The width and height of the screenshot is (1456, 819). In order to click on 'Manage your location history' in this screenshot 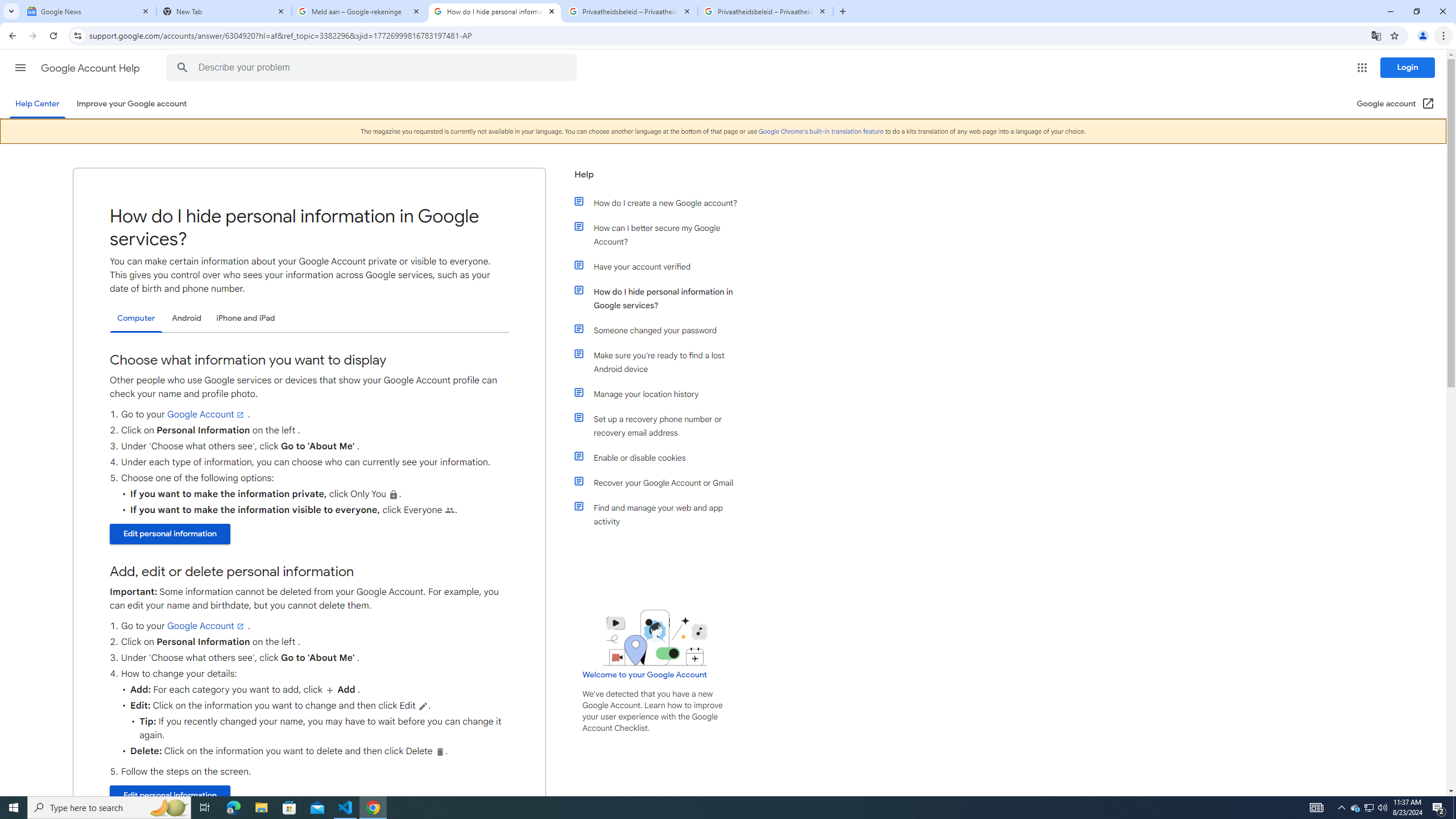, I will do `click(661, 394)`.